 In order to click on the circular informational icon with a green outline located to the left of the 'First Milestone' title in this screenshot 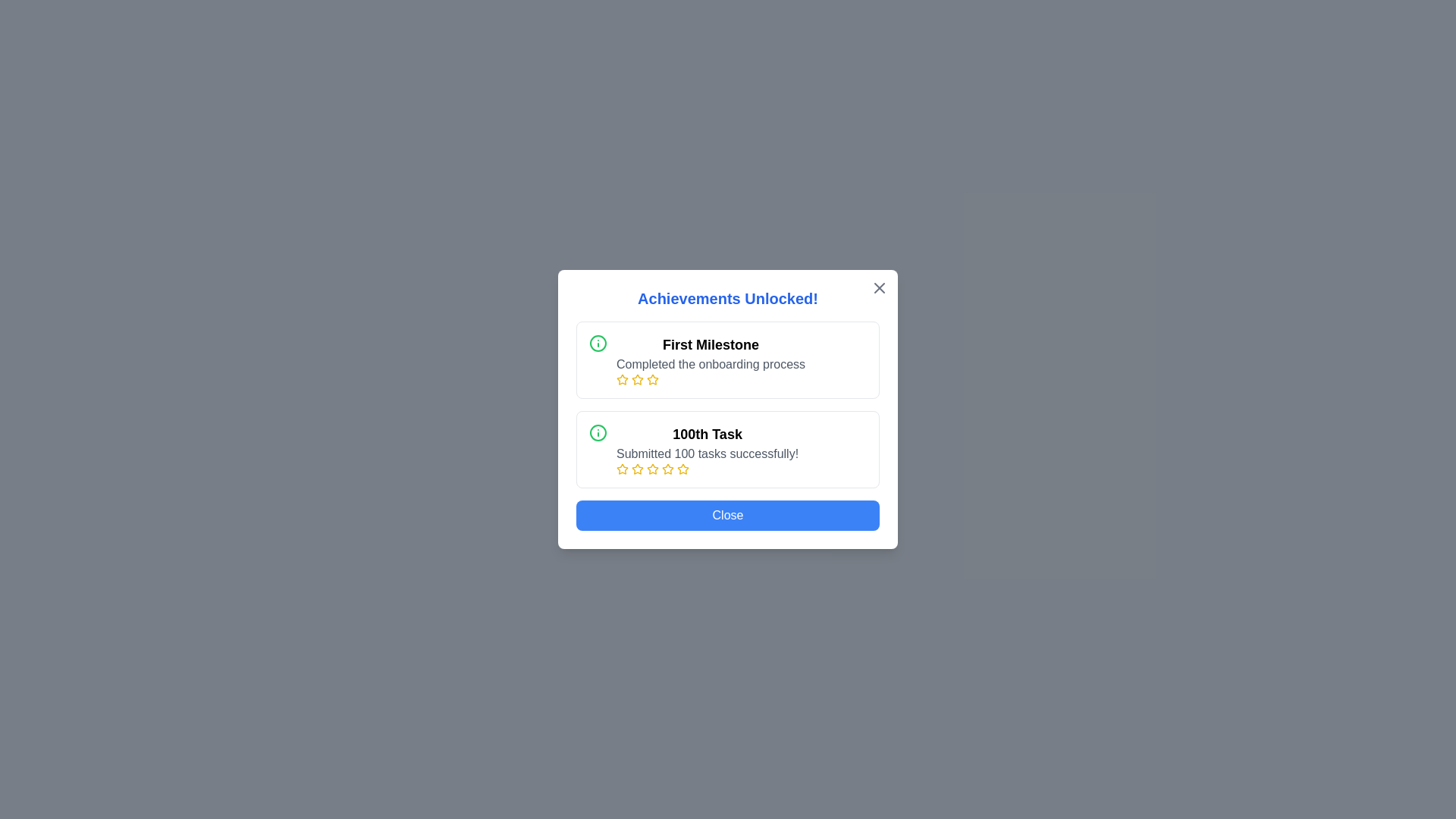, I will do `click(597, 343)`.